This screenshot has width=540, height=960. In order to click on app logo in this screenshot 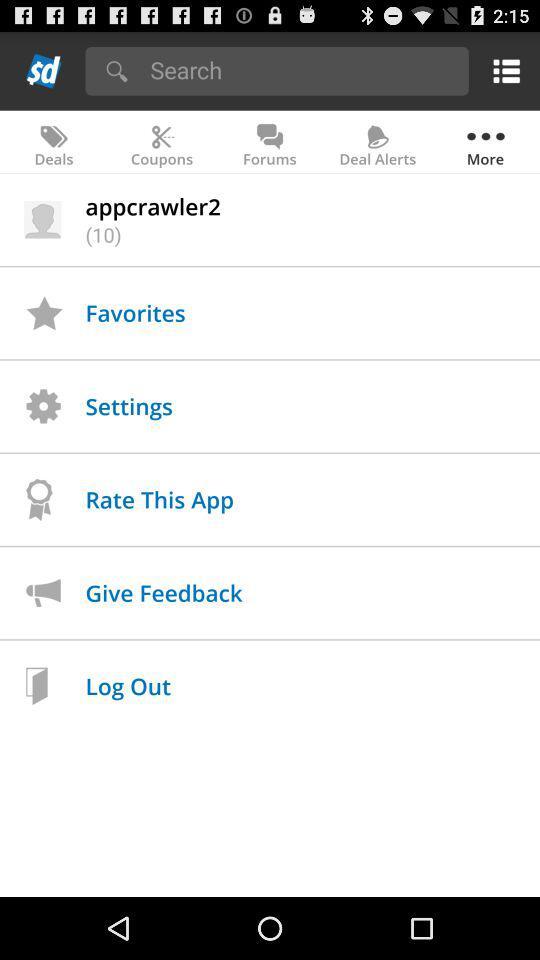, I will do `click(44, 70)`.